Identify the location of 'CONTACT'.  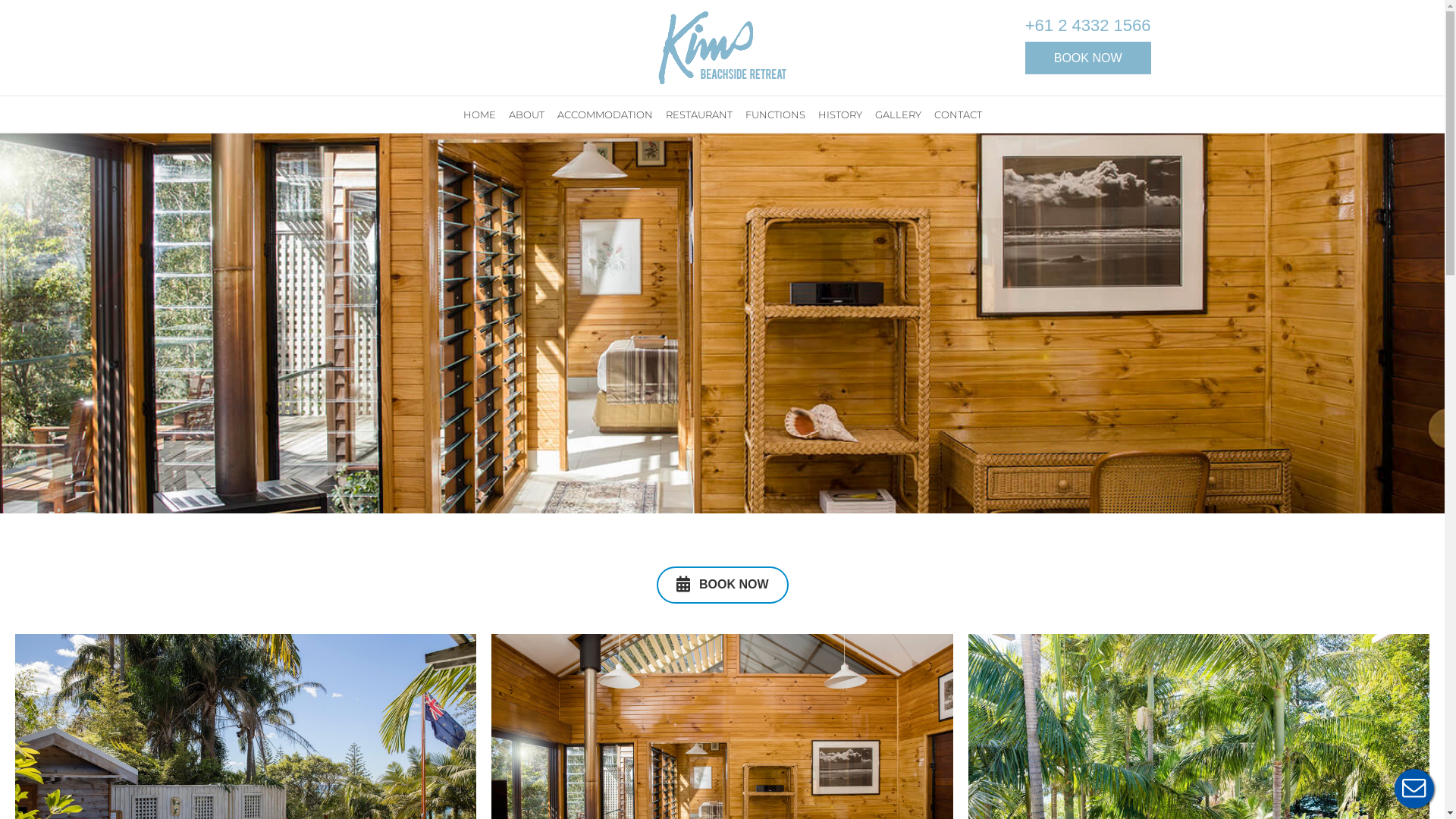
(956, 113).